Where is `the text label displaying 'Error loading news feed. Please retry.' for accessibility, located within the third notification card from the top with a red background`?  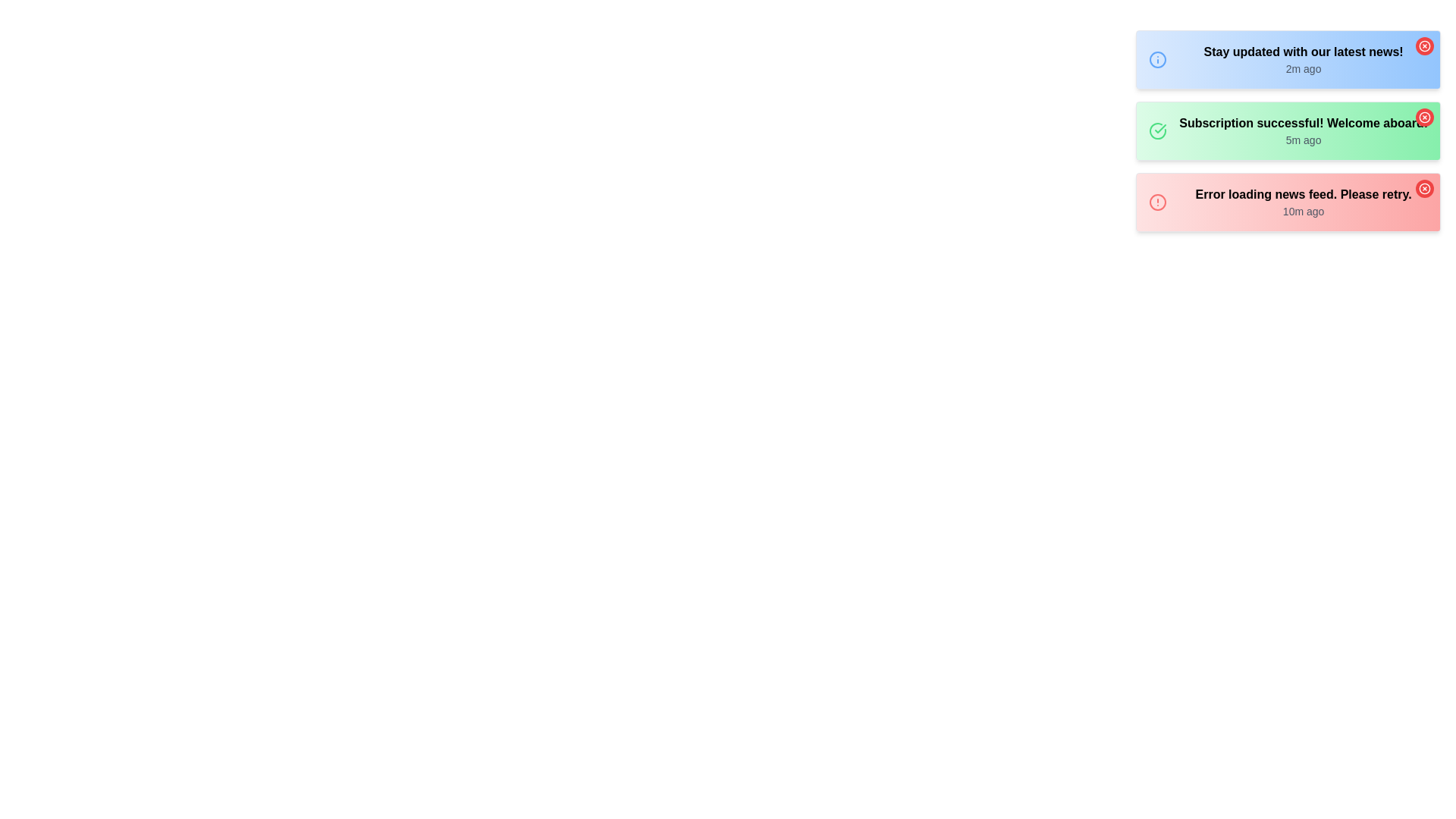
the text label displaying 'Error loading news feed. Please retry.' for accessibility, located within the third notification card from the top with a red background is located at coordinates (1303, 194).